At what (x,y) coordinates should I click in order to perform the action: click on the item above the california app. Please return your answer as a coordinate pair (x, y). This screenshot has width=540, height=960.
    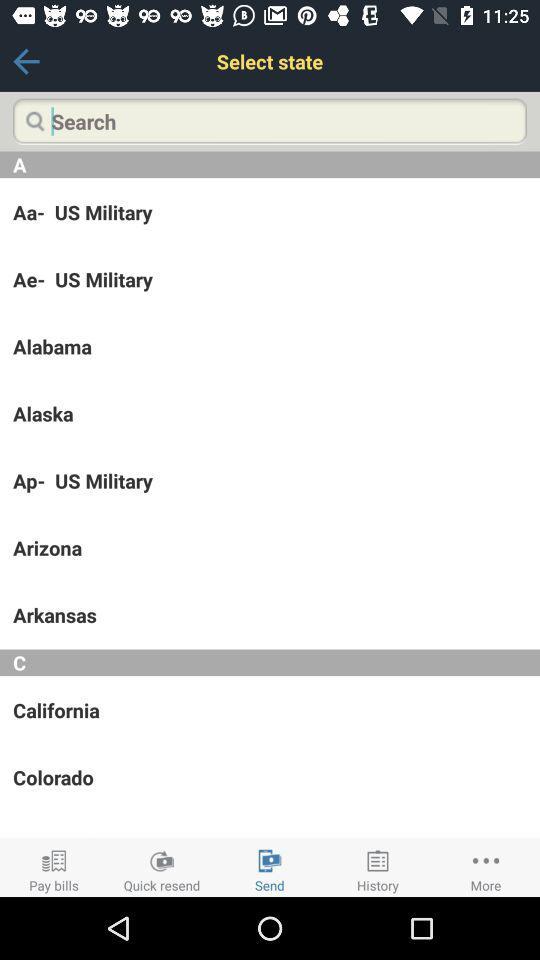
    Looking at the image, I should click on (270, 662).